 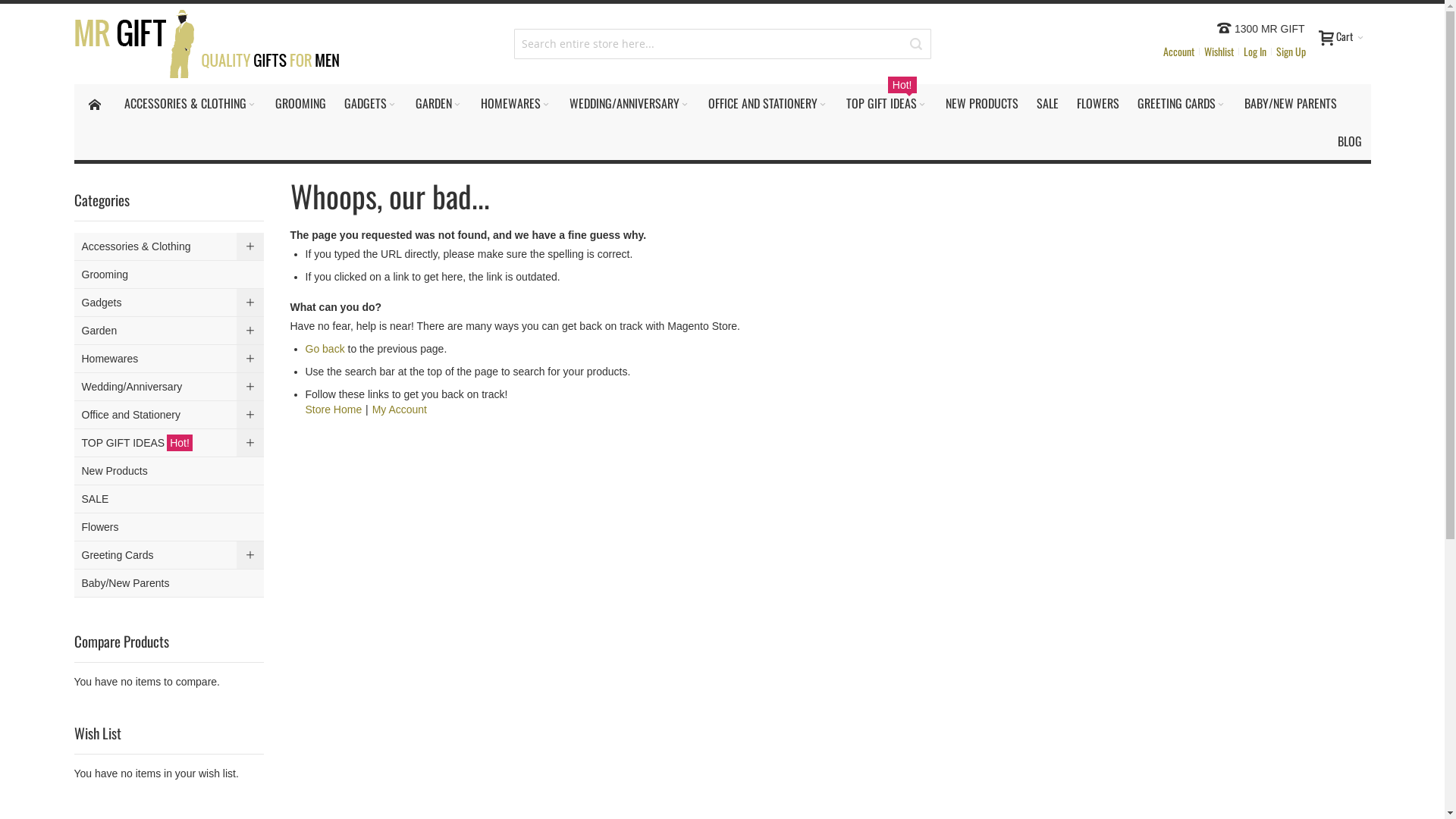 I want to click on 'OFFICE AND STATIONERY', so click(x=698, y=102).